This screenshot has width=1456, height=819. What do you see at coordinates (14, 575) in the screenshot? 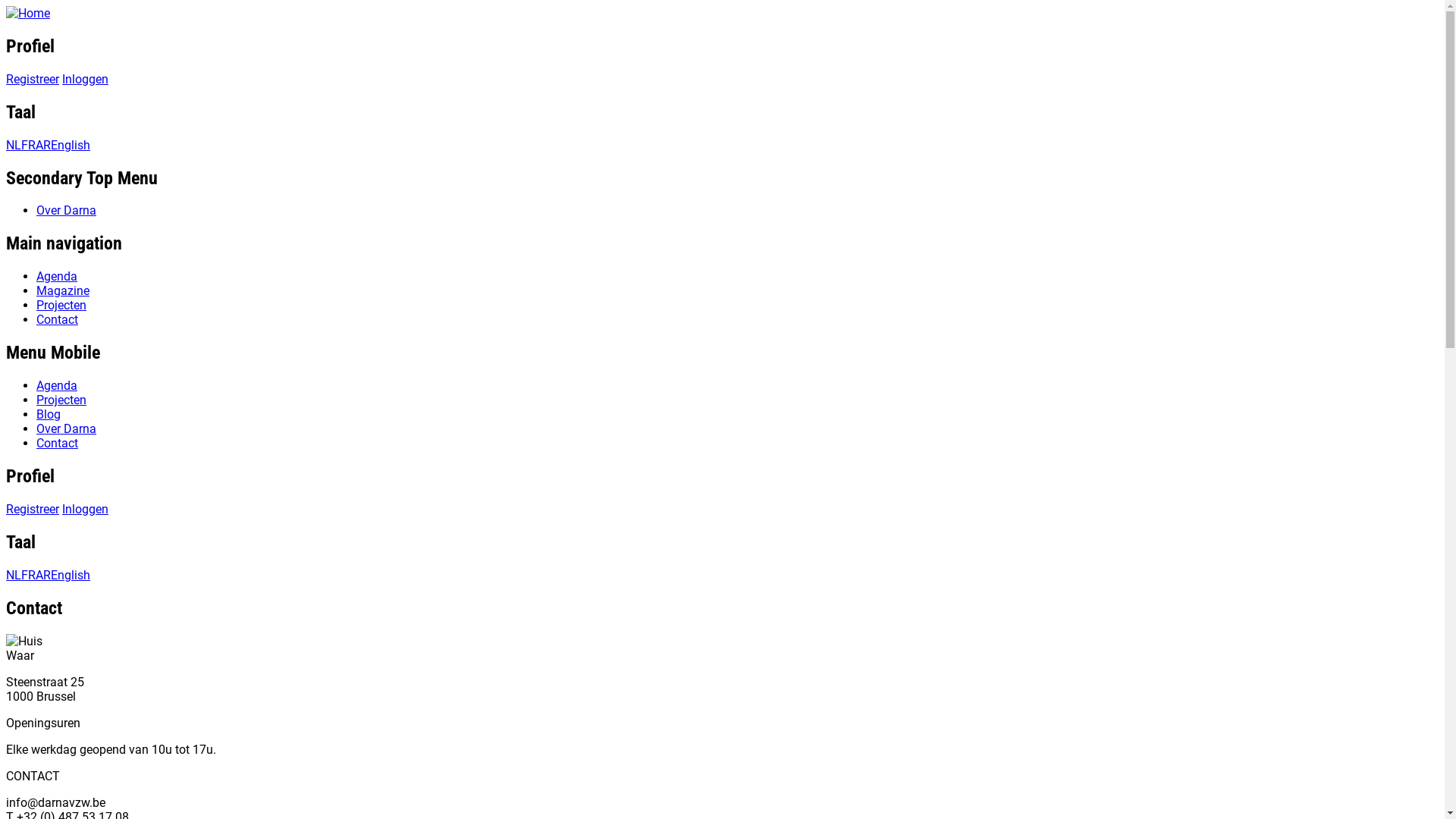
I see `'NL'` at bounding box center [14, 575].